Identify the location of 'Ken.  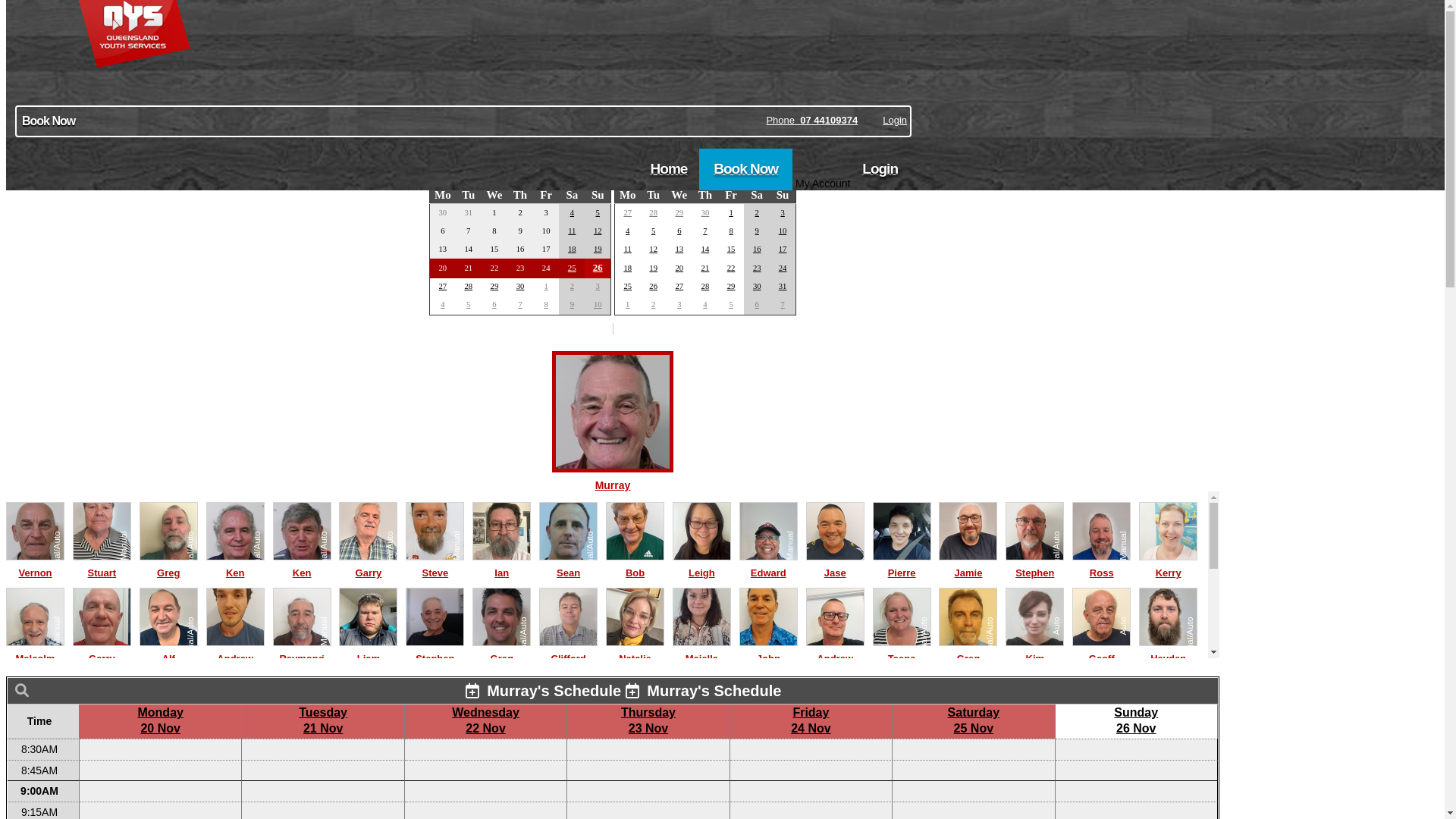
(206, 565).